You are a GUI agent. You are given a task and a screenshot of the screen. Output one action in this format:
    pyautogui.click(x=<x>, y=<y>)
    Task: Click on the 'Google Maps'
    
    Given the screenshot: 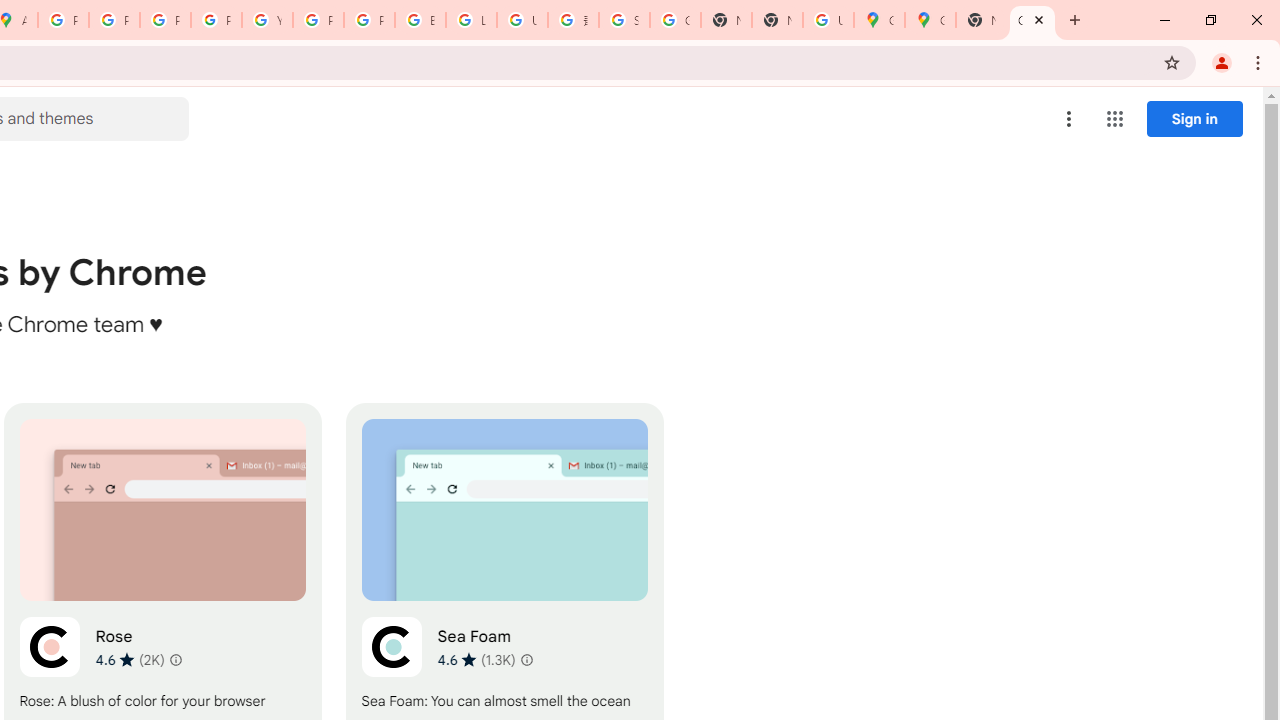 What is the action you would take?
    pyautogui.click(x=879, y=20)
    